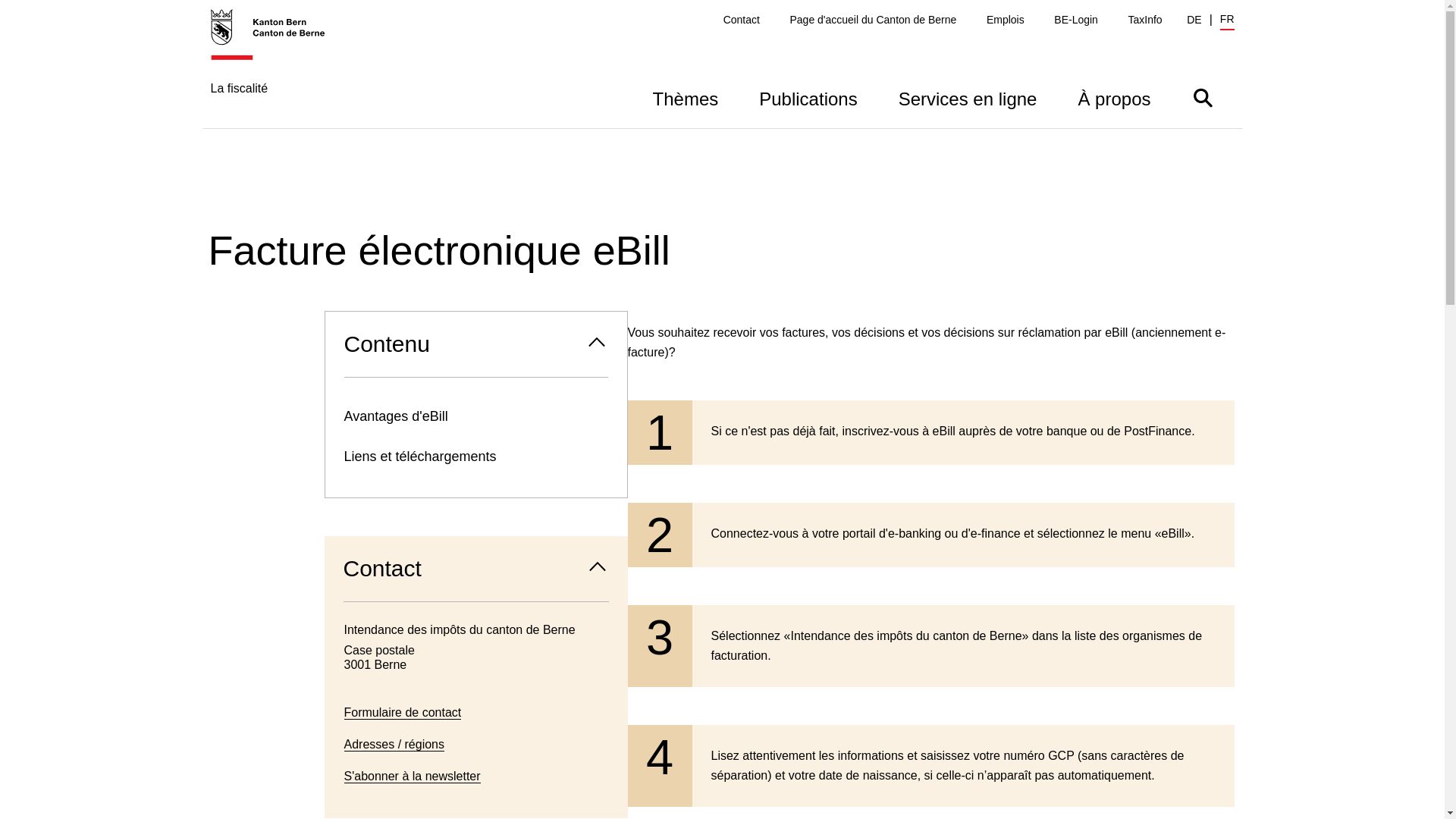 The width and height of the screenshot is (1456, 819). What do you see at coordinates (742, 20) in the screenshot?
I see `'Contact'` at bounding box center [742, 20].